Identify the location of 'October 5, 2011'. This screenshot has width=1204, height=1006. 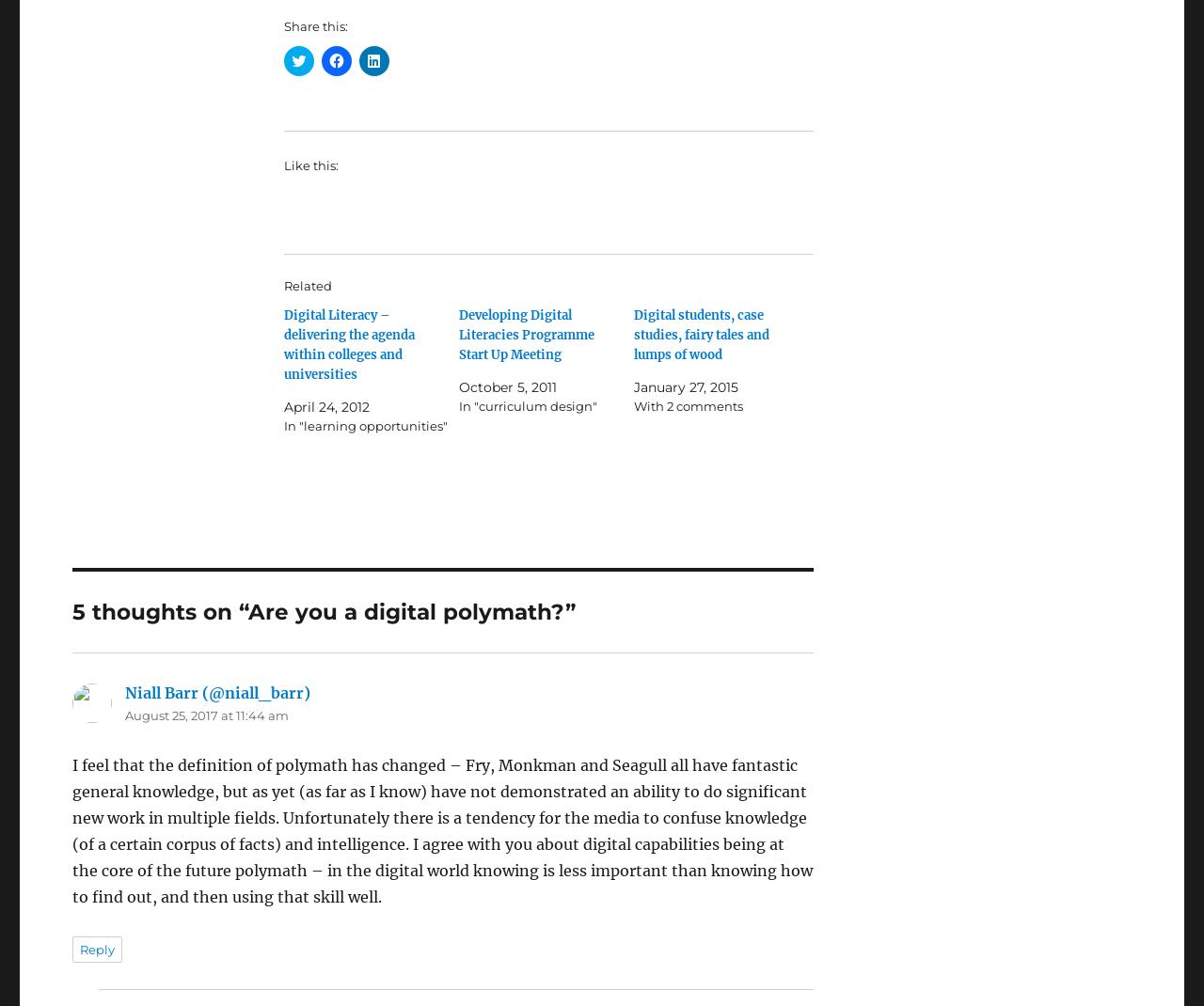
(508, 385).